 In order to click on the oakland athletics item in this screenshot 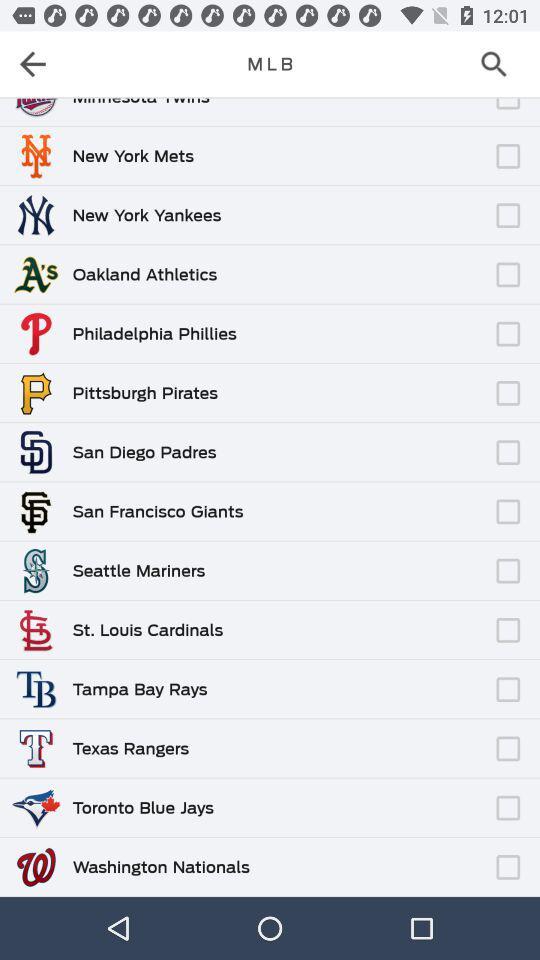, I will do `click(143, 273)`.